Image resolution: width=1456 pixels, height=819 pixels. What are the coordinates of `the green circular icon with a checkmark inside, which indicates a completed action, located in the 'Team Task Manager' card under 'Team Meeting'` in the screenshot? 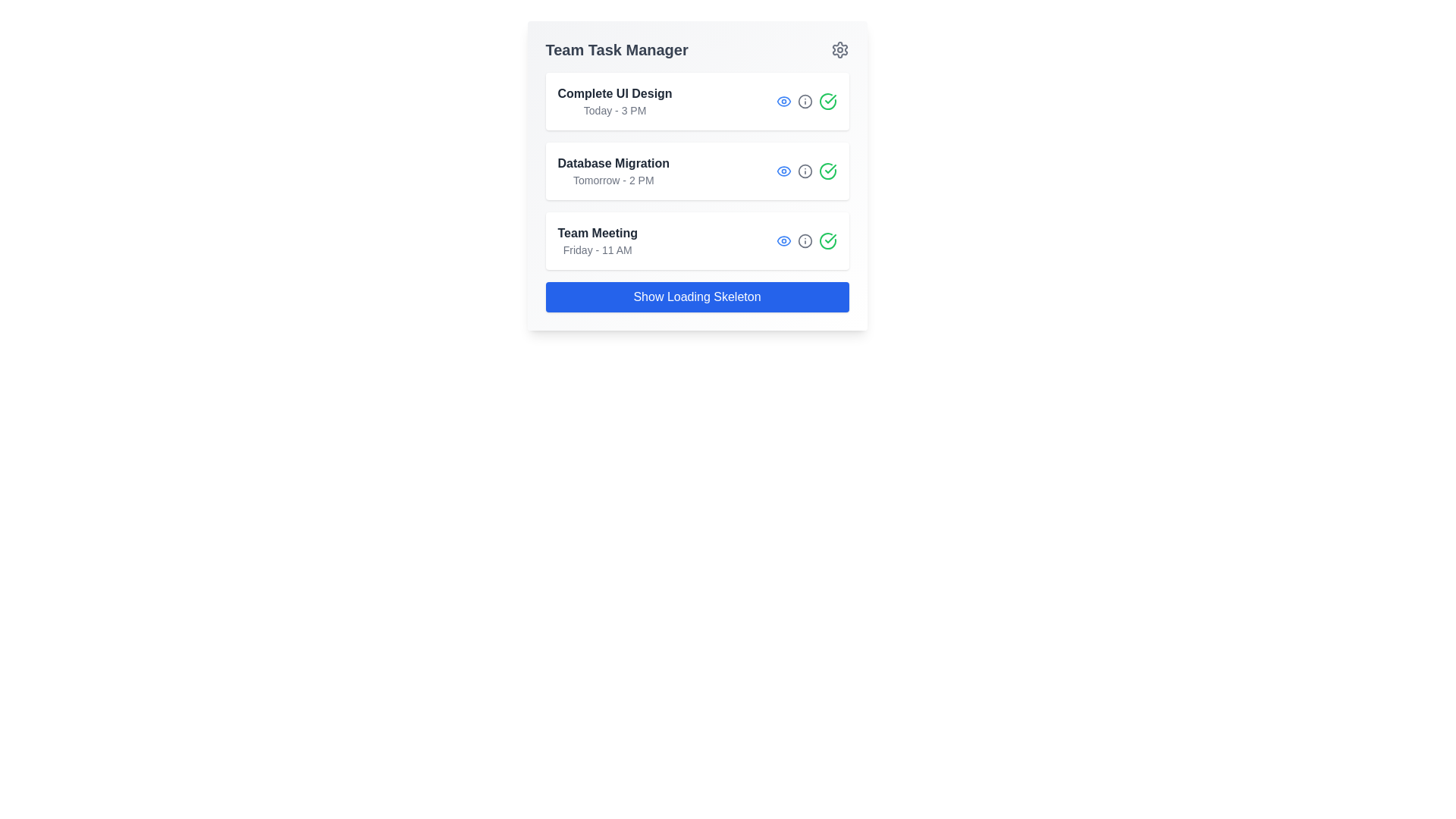 It's located at (827, 240).